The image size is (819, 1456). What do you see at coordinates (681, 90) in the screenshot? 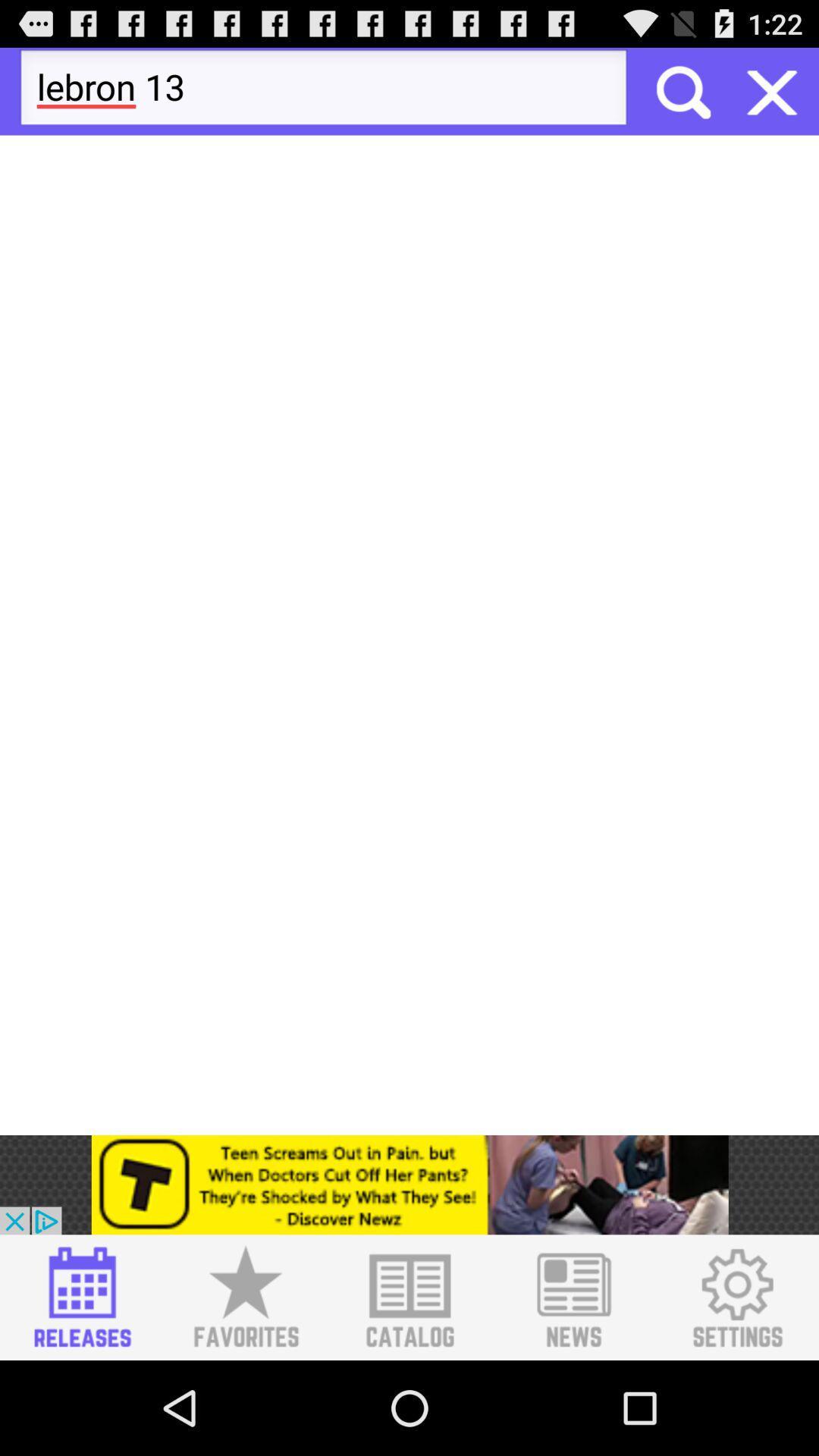
I see `search` at bounding box center [681, 90].